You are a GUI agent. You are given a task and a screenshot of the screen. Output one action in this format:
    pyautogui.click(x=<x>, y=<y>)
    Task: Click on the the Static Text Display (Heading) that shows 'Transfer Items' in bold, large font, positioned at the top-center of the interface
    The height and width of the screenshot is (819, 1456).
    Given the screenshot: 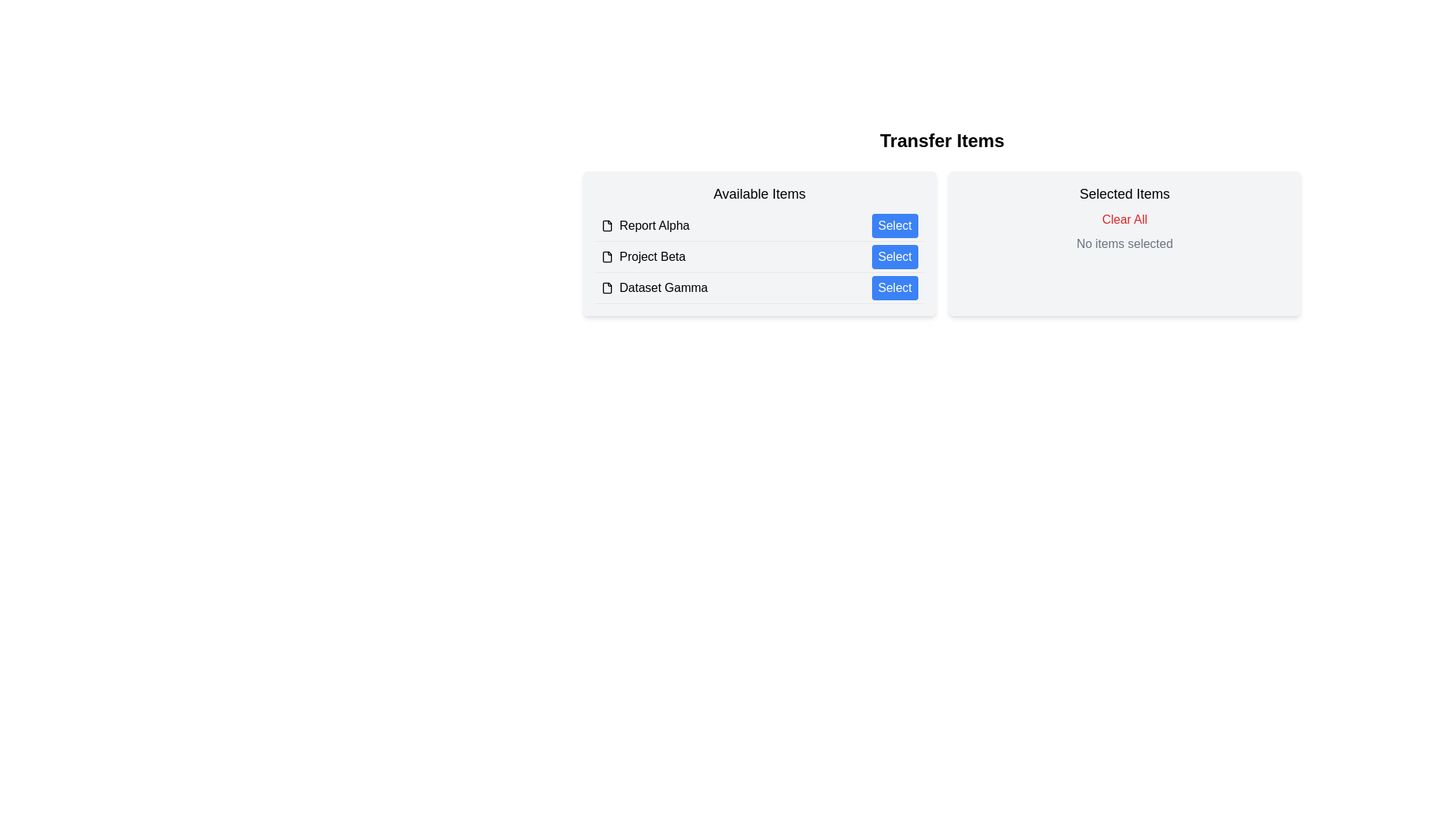 What is the action you would take?
    pyautogui.click(x=941, y=140)
    